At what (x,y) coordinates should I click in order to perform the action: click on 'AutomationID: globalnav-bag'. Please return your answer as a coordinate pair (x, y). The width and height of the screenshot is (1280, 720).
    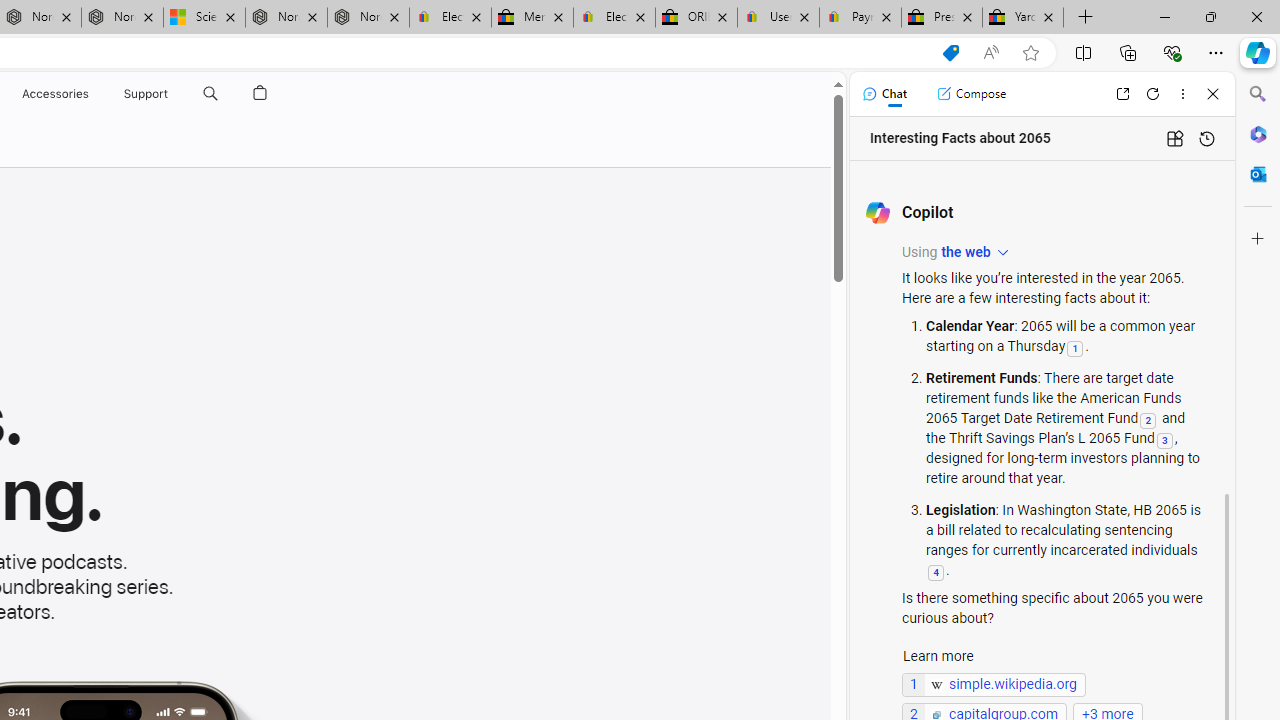
    Looking at the image, I should click on (259, 93).